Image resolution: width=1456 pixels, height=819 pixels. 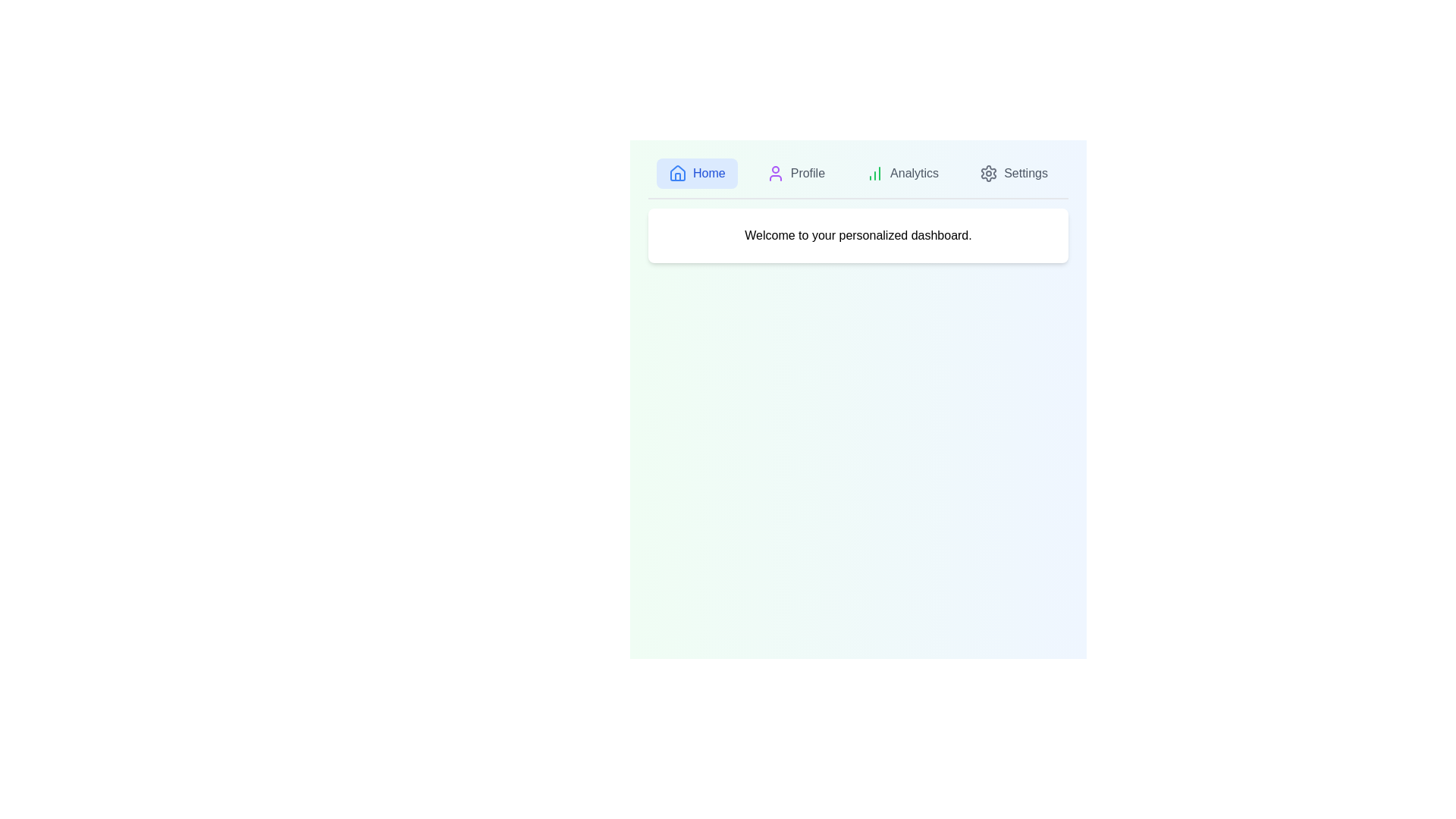 I want to click on the Analytics tab to view its hover effect, so click(x=902, y=172).